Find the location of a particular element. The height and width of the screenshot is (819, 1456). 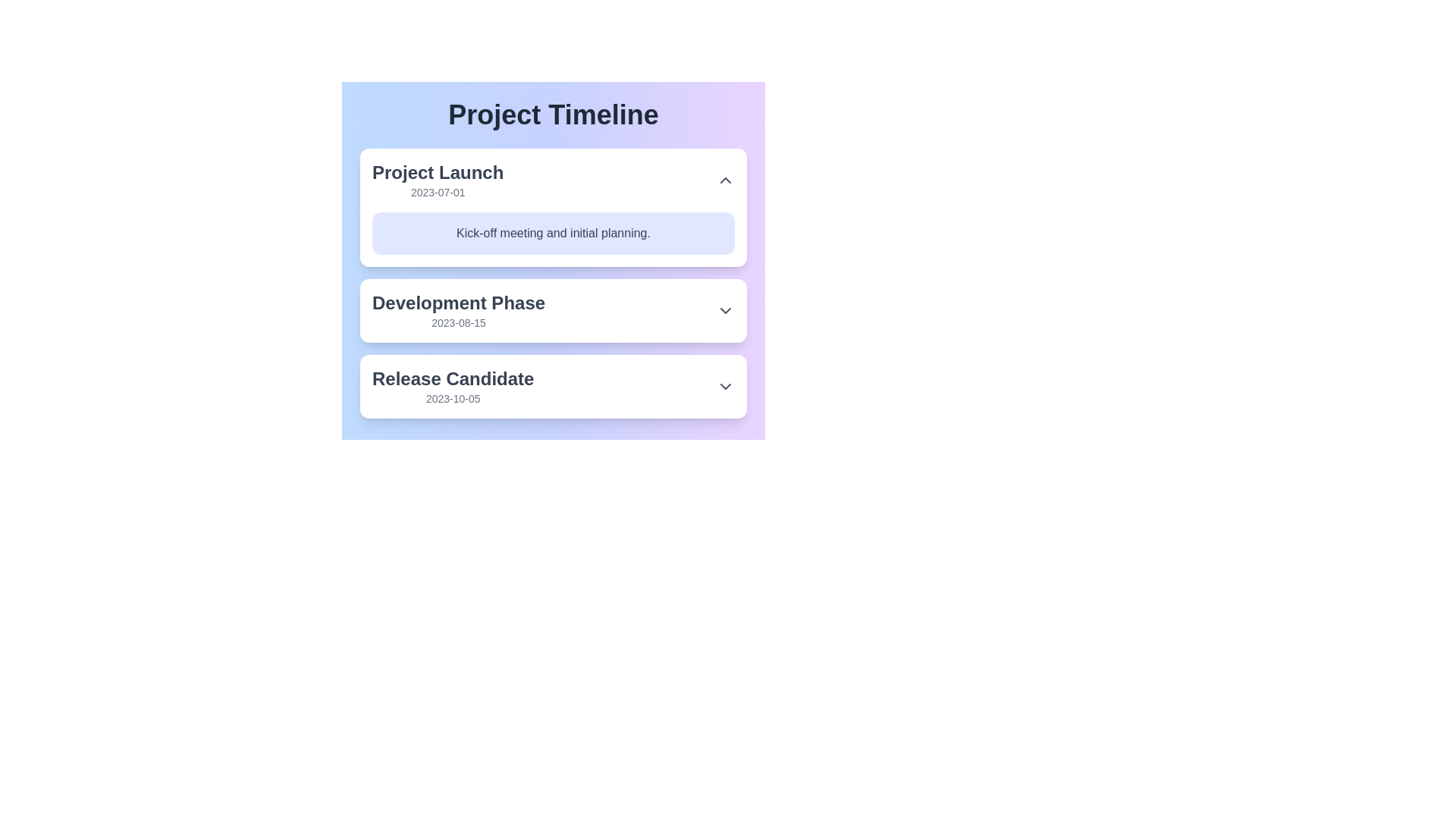

the text display showing the date '2023-08-15', which is located below the title 'Development Phase' in a gray colored, small font within a boxed structure is located at coordinates (457, 322).